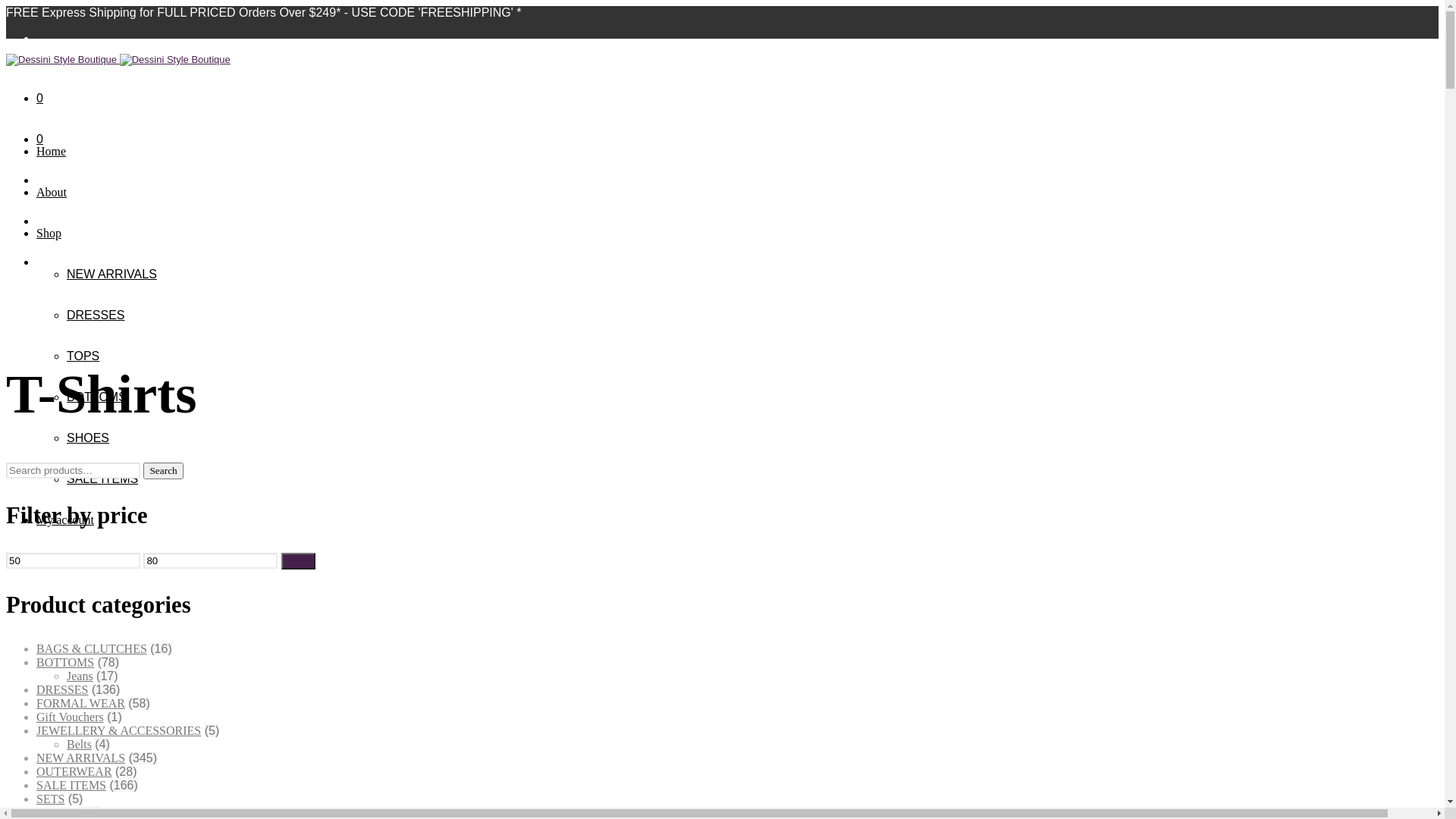 The image size is (1456, 819). I want to click on 'My account', so click(64, 519).